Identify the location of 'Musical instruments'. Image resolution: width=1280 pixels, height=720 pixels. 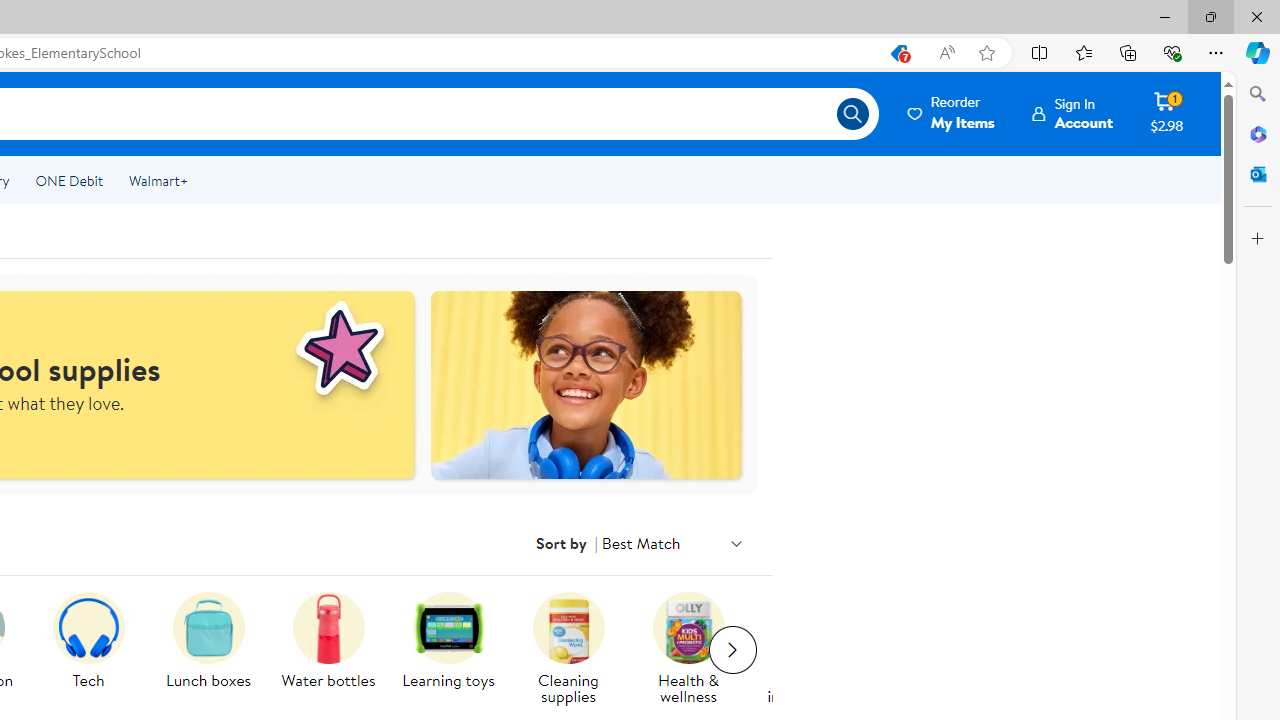
(816, 650).